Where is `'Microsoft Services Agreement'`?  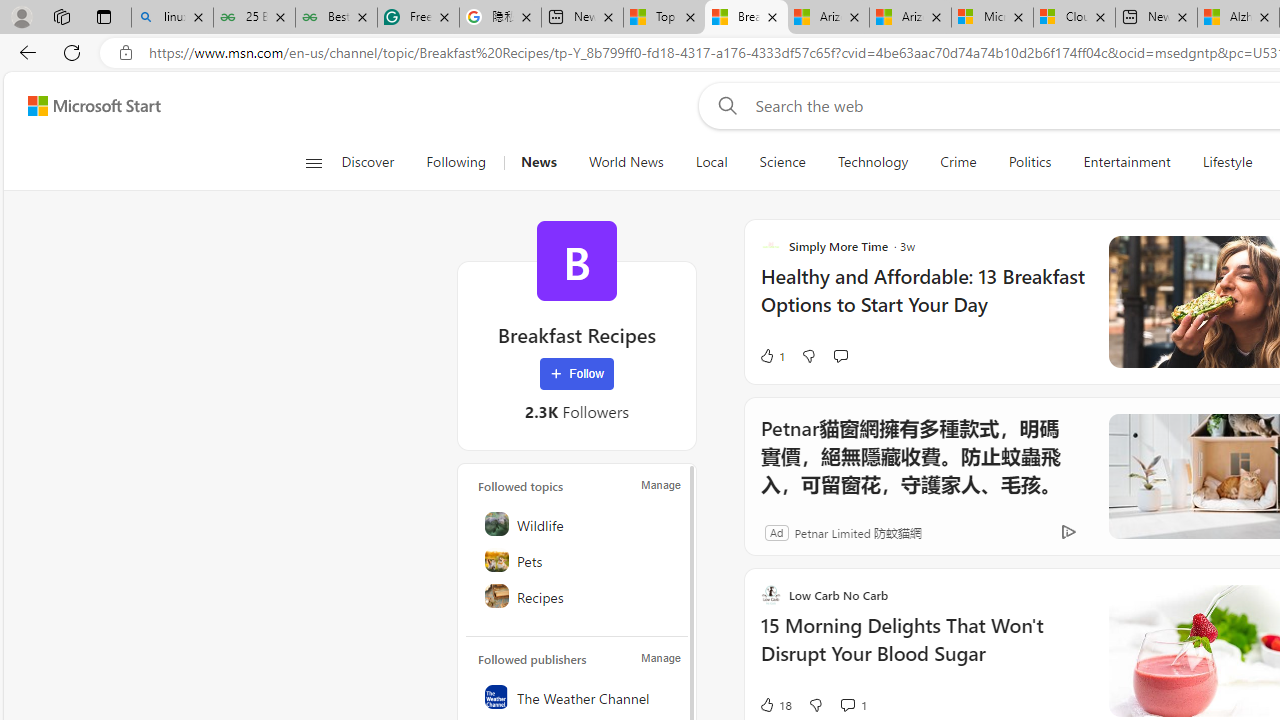 'Microsoft Services Agreement' is located at coordinates (992, 17).